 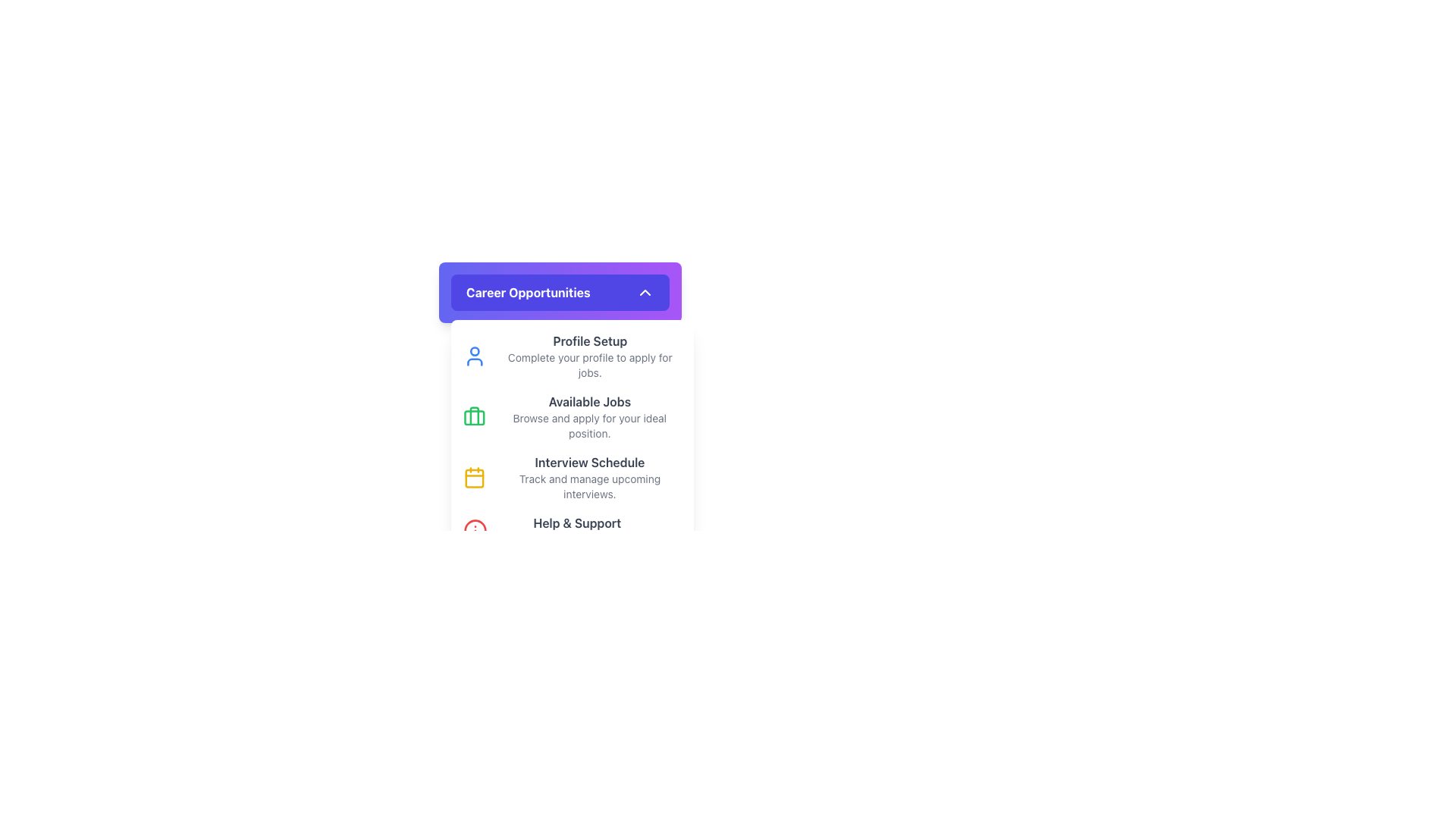 I want to click on the 'Help & Support' text display with an information icon styled in red, located below the 'Interview Schedule' item in the Career Opportunities section, so click(x=571, y=529).